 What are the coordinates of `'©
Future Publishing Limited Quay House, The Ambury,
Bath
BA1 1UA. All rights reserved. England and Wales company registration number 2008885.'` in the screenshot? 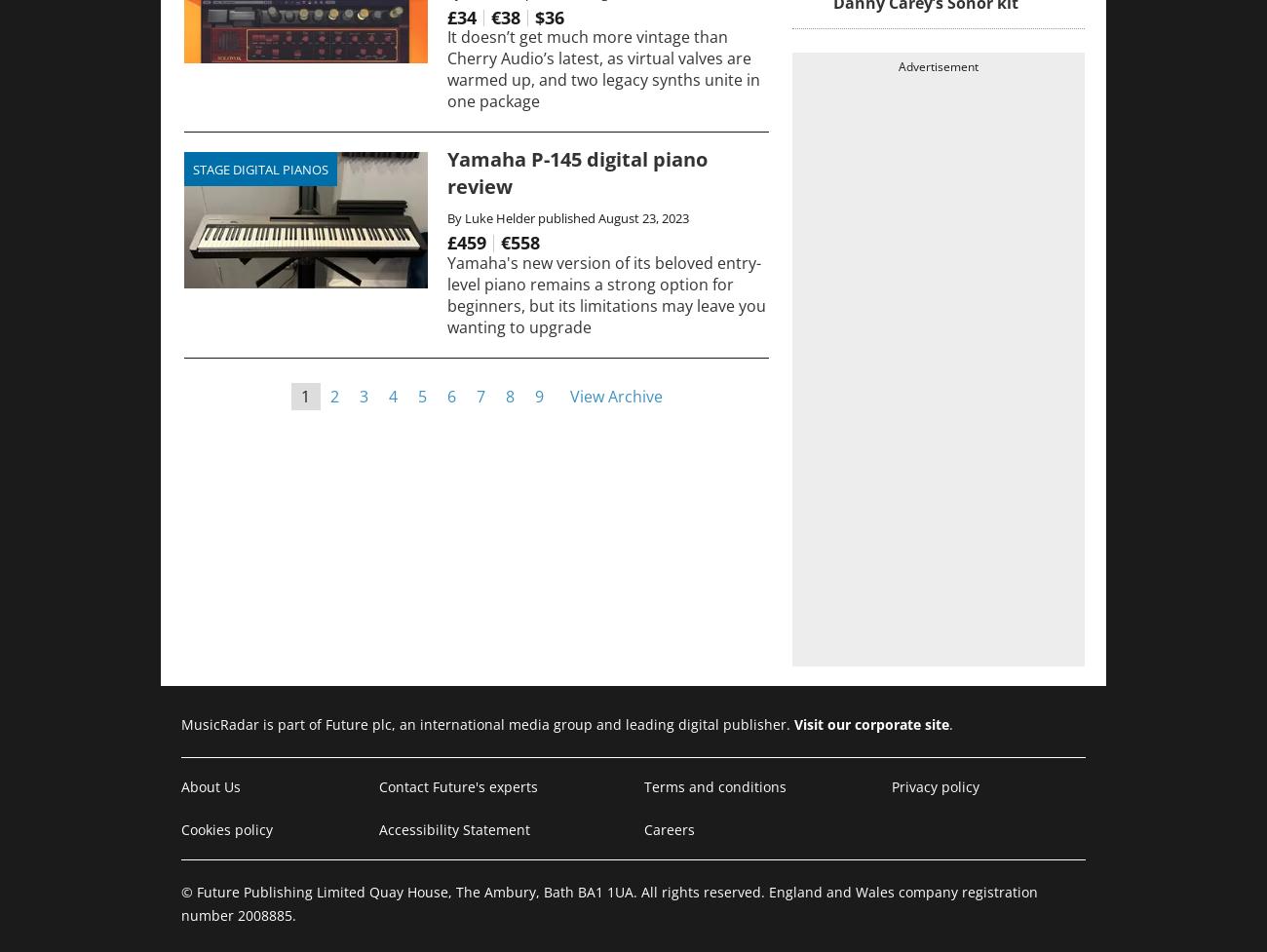 It's located at (609, 902).